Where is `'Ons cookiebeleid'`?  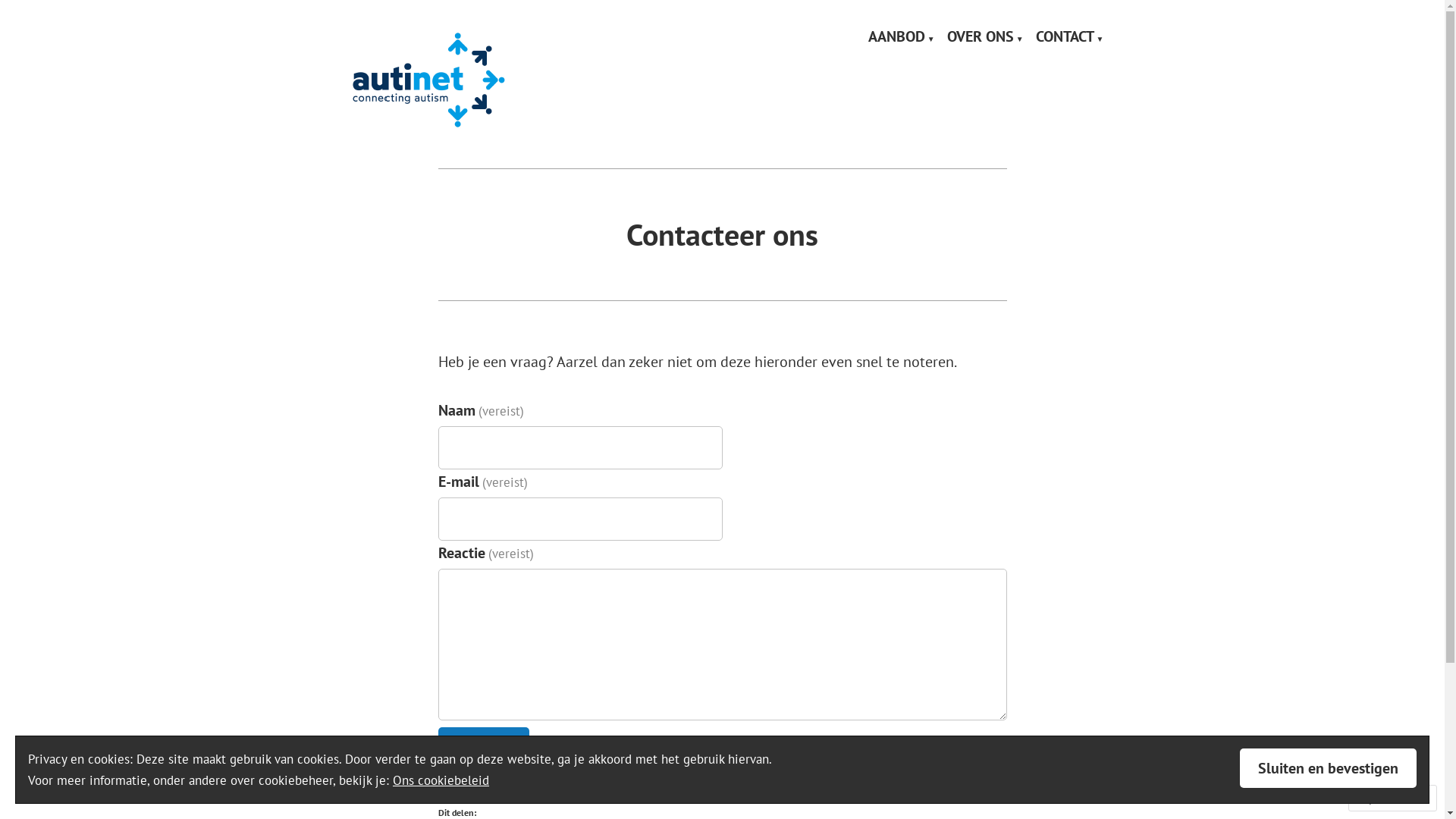 'Ons cookiebeleid' is located at coordinates (440, 780).